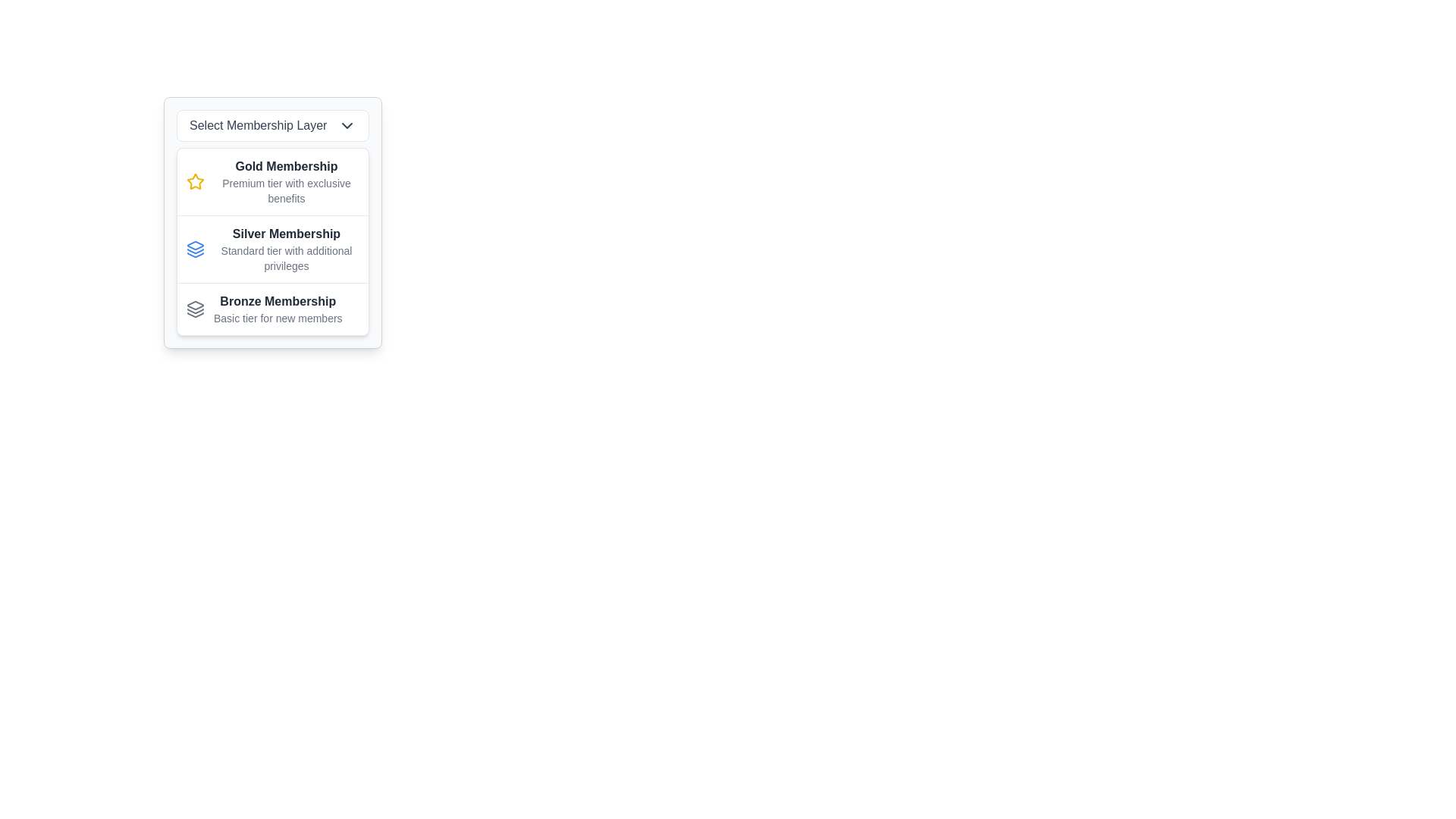 This screenshot has width=1456, height=819. I want to click on the dropdown menu header for selecting a membership tier, which reveals additional membership options, so click(273, 124).